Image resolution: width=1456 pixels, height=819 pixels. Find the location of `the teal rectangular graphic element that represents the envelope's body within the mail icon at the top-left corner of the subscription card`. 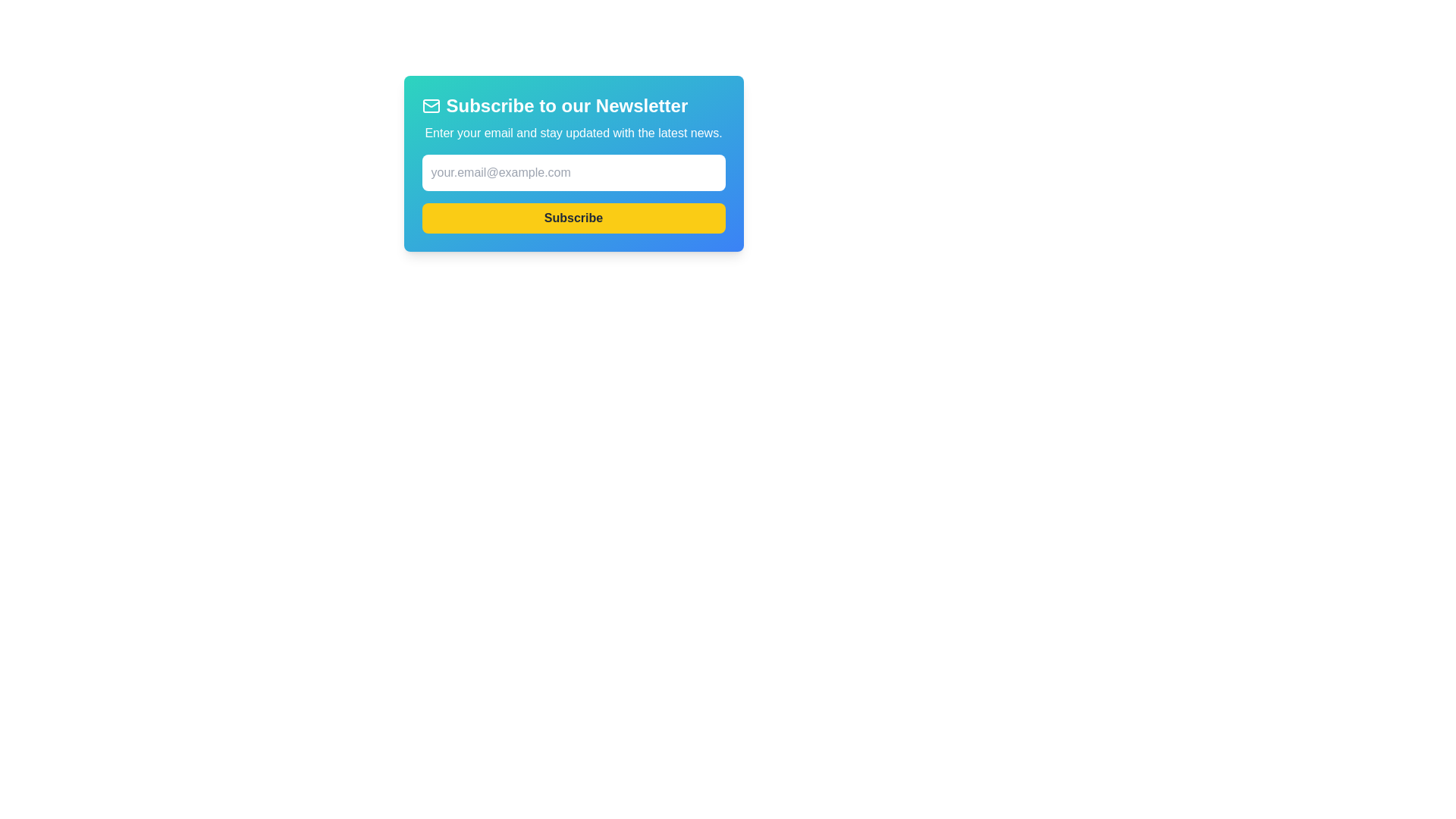

the teal rectangular graphic element that represents the envelope's body within the mail icon at the top-left corner of the subscription card is located at coordinates (430, 105).